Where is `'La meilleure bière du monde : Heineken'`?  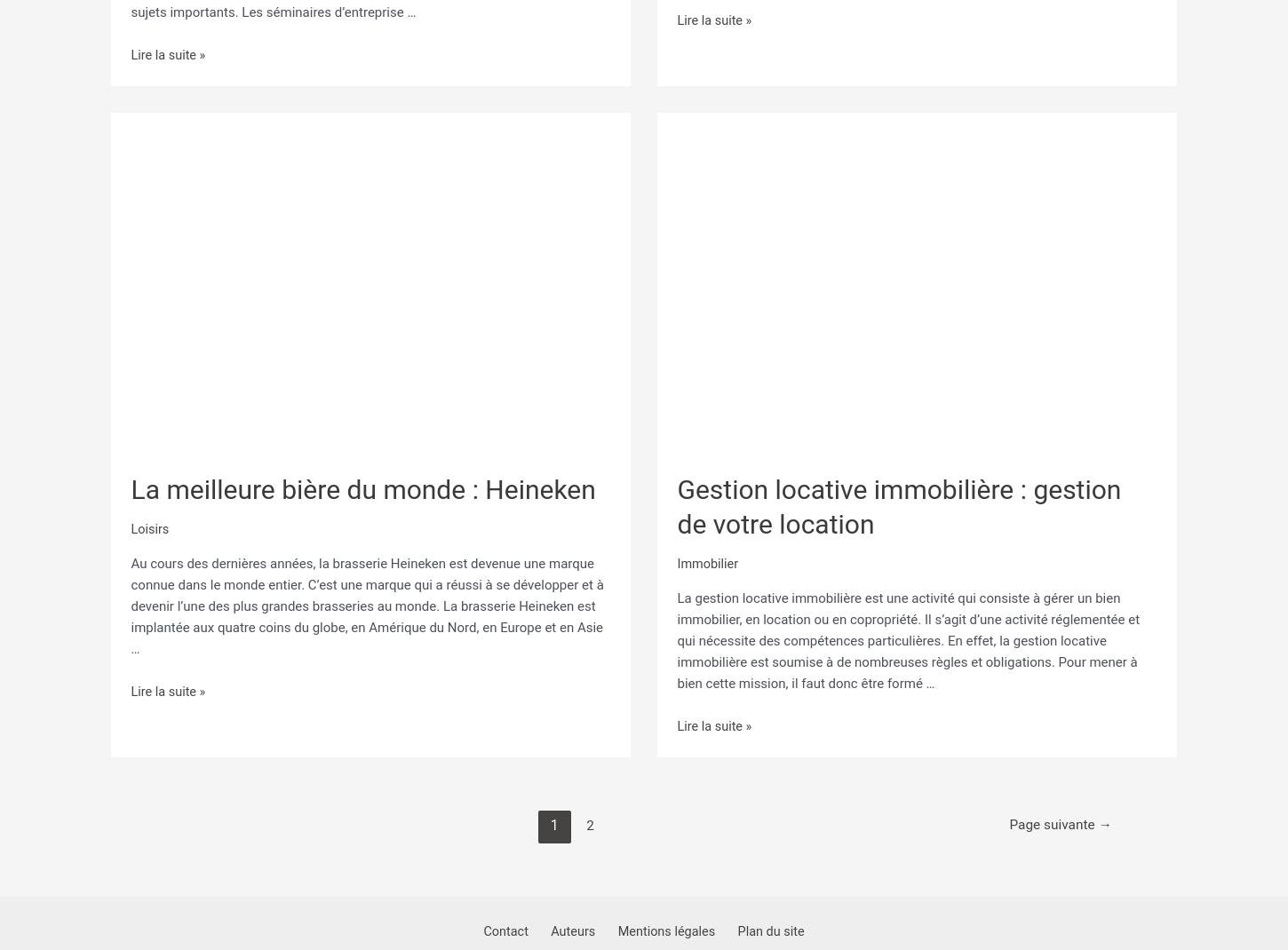
'La meilleure bière du monde : Heineken' is located at coordinates (362, 481).